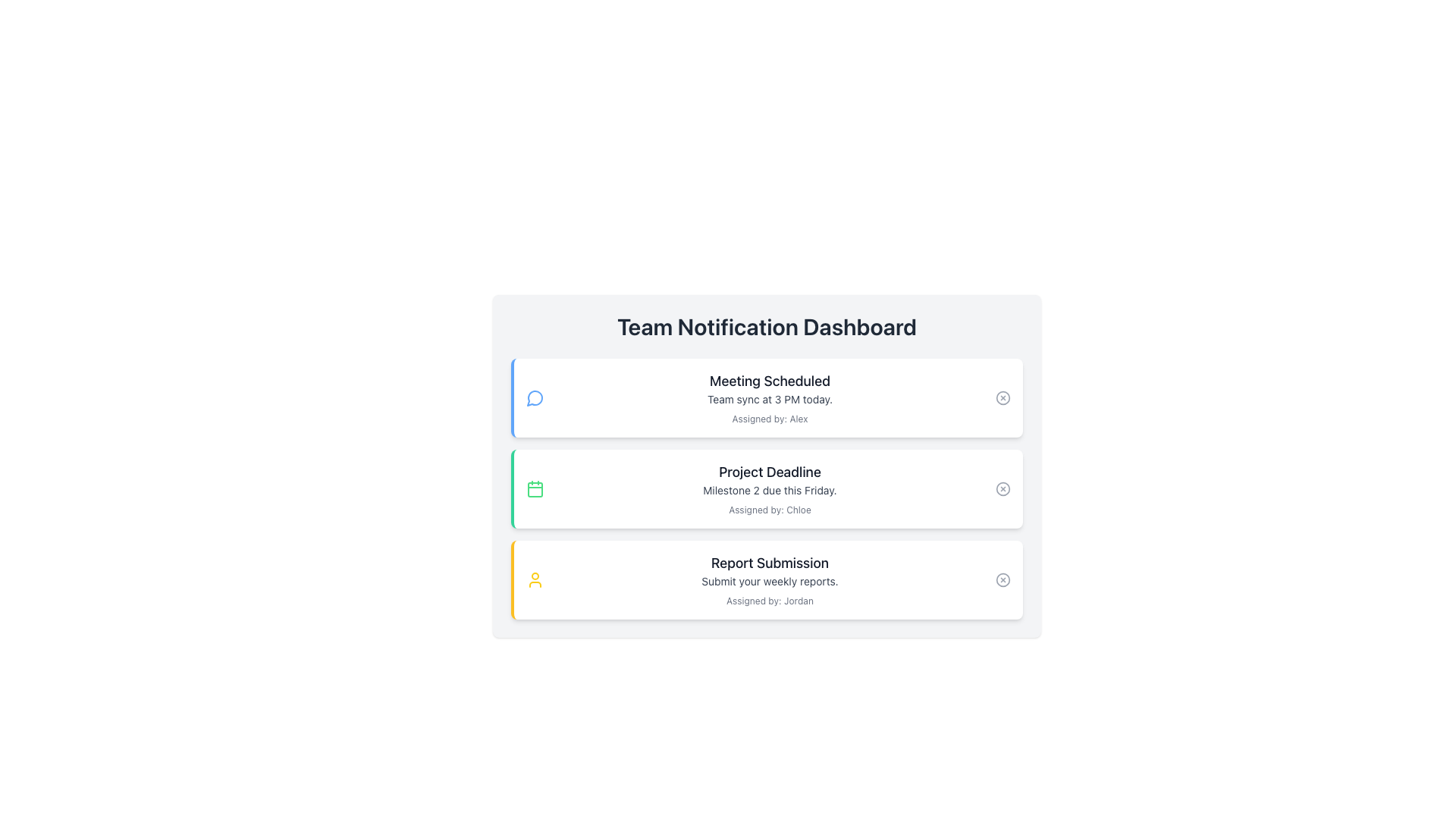 The height and width of the screenshot is (819, 1456). What do you see at coordinates (770, 579) in the screenshot?
I see `the Text information panel displaying 'Report Submission', which includes a title, subtitle, and note, positioned in the third row of the notification panel on the dashboard` at bounding box center [770, 579].